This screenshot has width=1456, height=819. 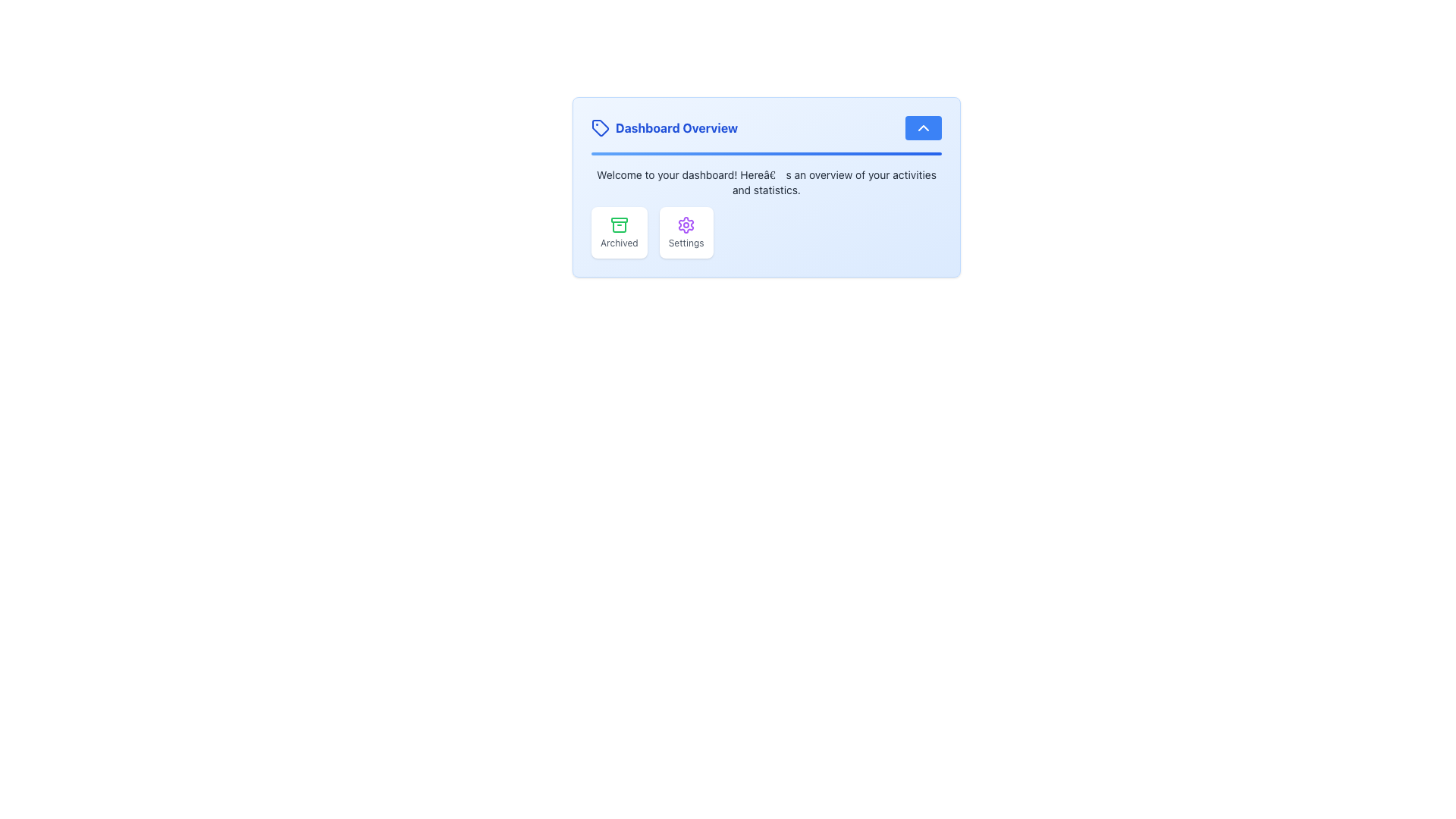 I want to click on the SVG icon representing tagging or labeling, which is part of the 'lucide lucide-tag' class, located near the top-left corner of the interface next to 'Dashboard Overview', so click(x=600, y=127).